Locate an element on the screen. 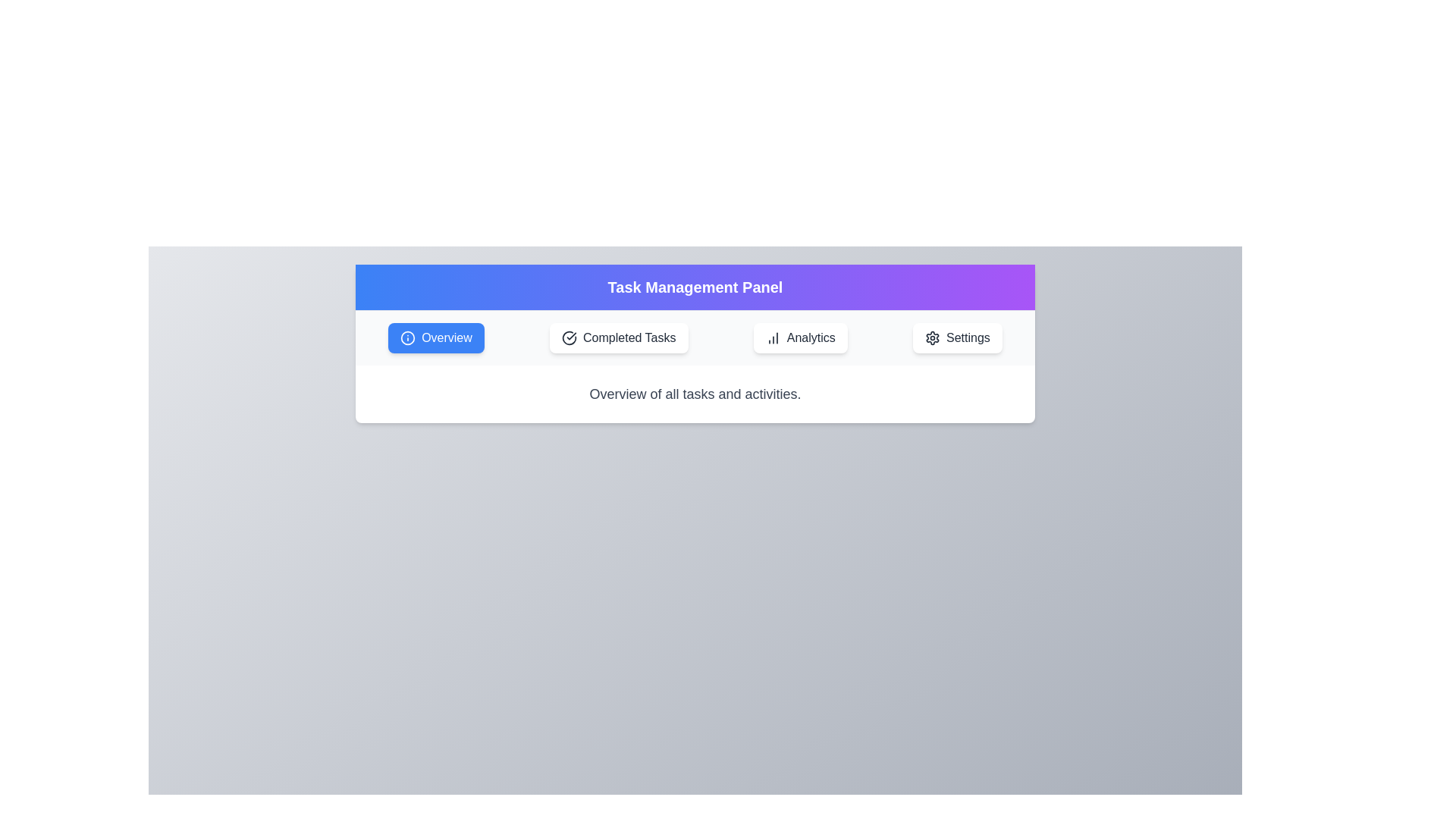 The width and height of the screenshot is (1456, 819). the circular SVG icon that represents general information, located at the center of the 'Overview' button in the main navigation panel is located at coordinates (408, 337).